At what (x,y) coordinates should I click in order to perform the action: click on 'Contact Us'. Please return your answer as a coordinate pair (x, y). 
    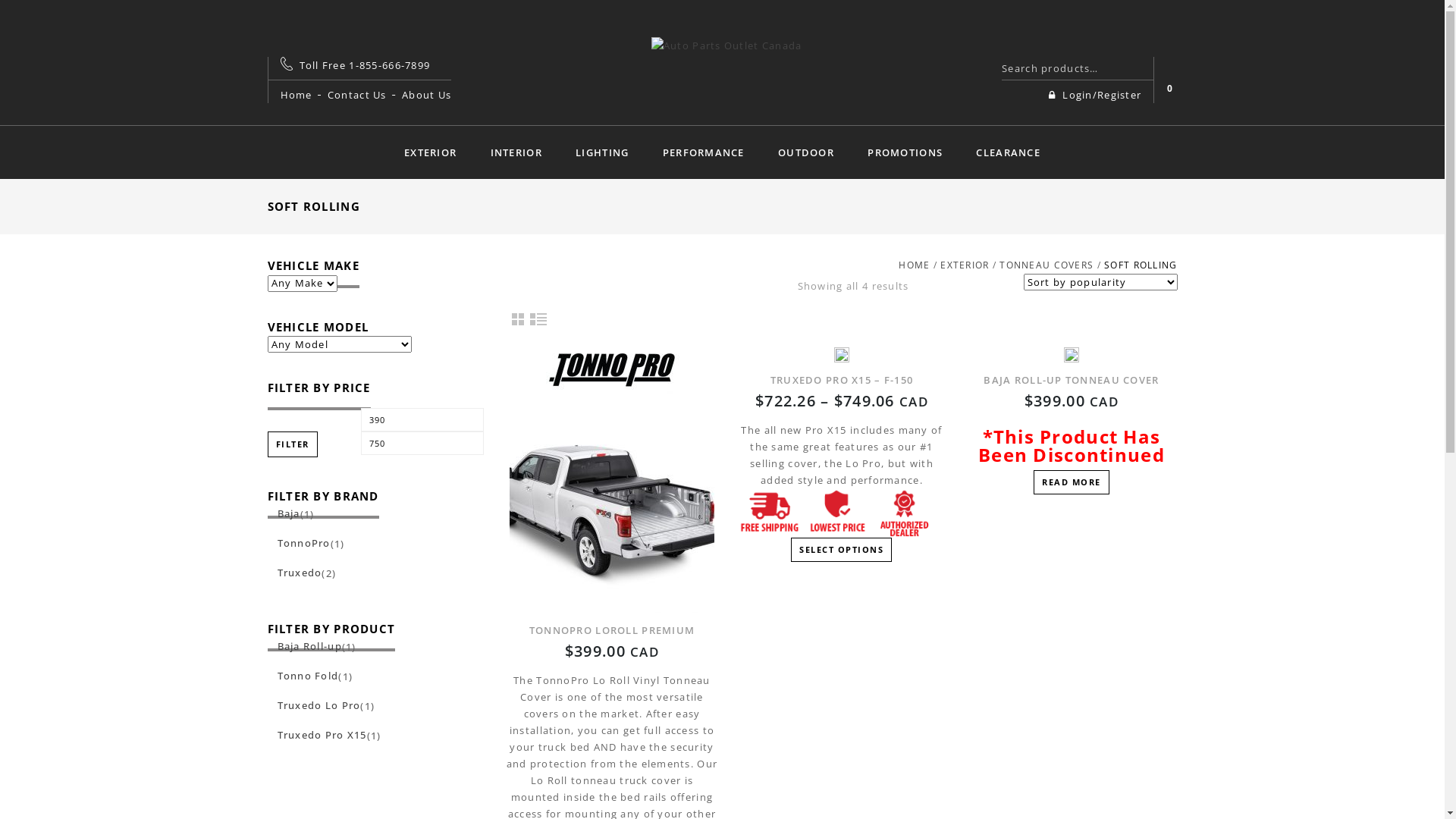
    Looking at the image, I should click on (356, 94).